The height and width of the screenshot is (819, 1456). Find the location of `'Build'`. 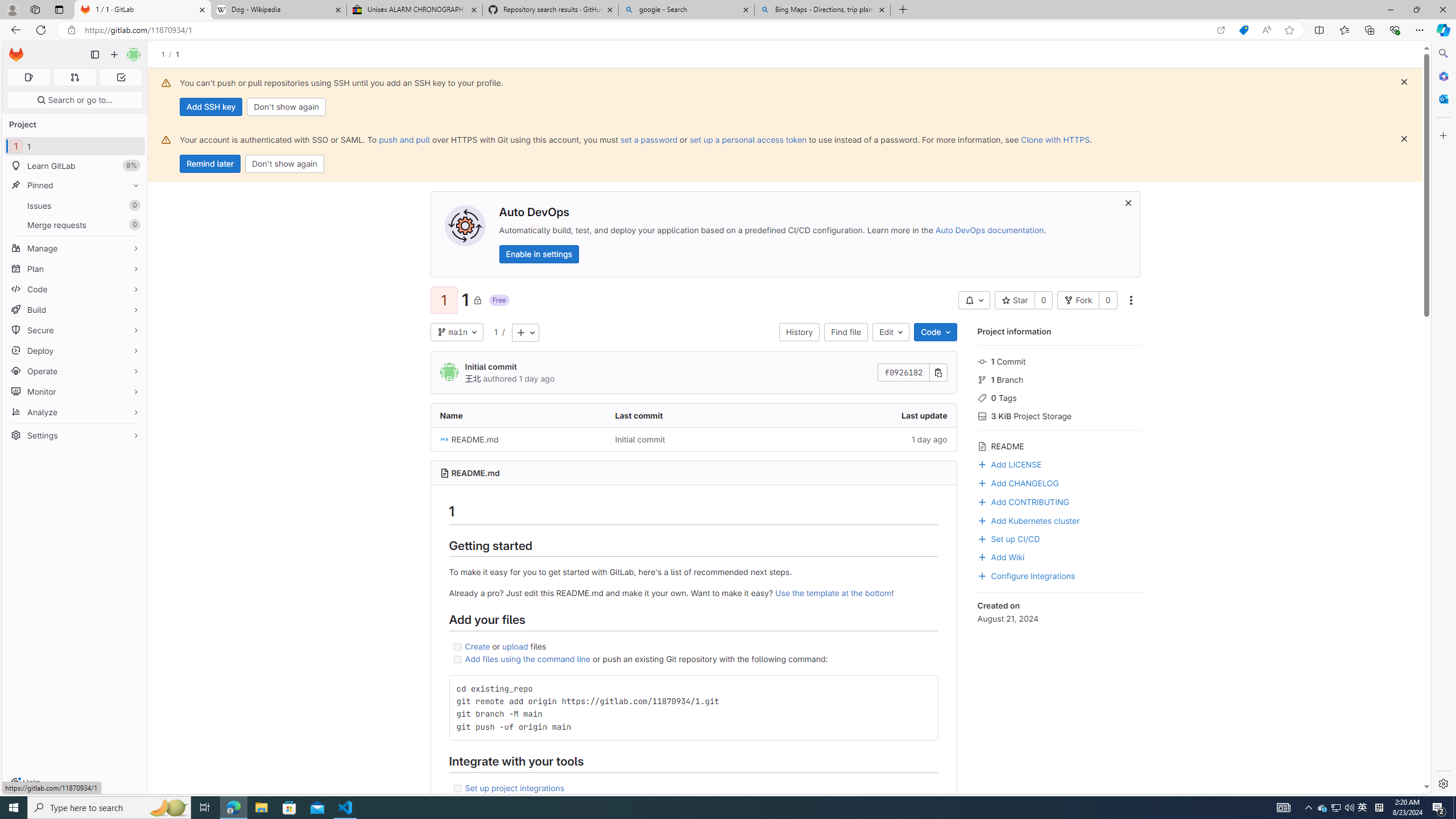

'Build' is located at coordinates (74, 309).